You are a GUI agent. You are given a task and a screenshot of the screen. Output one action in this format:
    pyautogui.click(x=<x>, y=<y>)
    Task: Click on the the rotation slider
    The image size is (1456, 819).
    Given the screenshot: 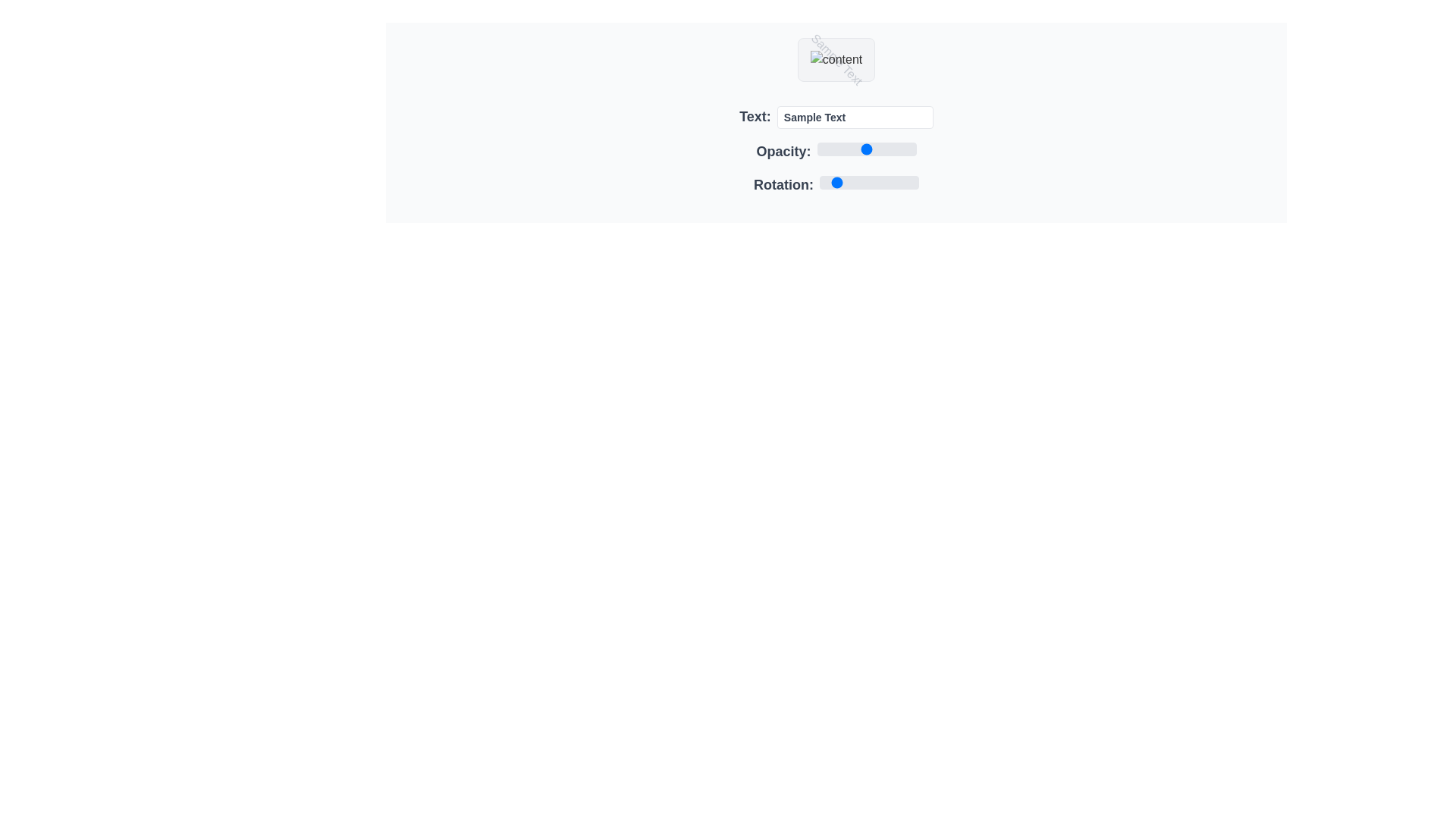 What is the action you would take?
    pyautogui.click(x=916, y=181)
    